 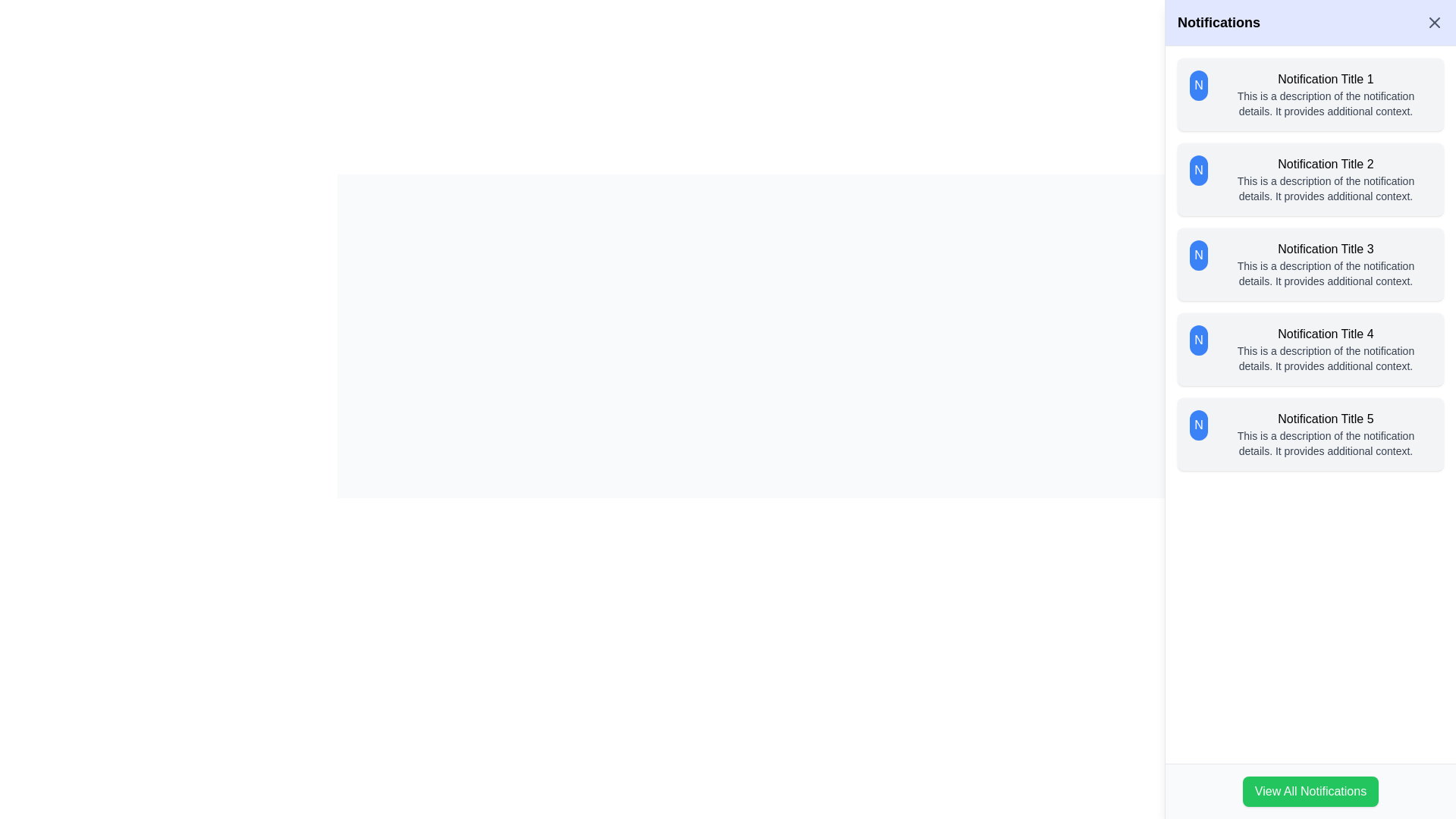 What do you see at coordinates (1197, 85) in the screenshot?
I see `the circular blue icon with the letter 'N' in white, located to the left of 'Notification Title 1' in the Notifications panel` at bounding box center [1197, 85].